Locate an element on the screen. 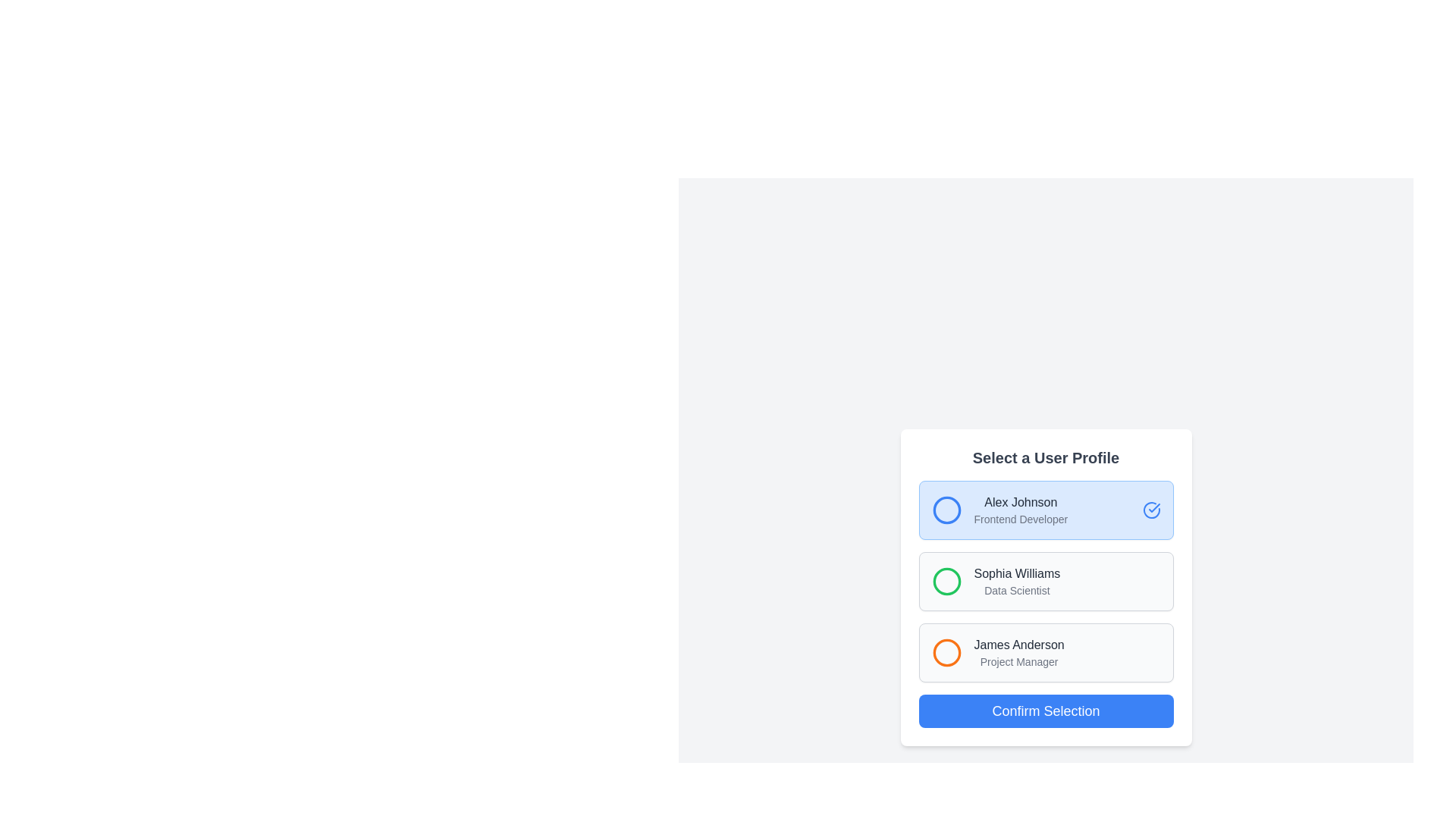 This screenshot has width=1456, height=819. the decorative circle icon representing the 'Alex Johnson' user profile in the 'Select a User Profile' section is located at coordinates (946, 510).